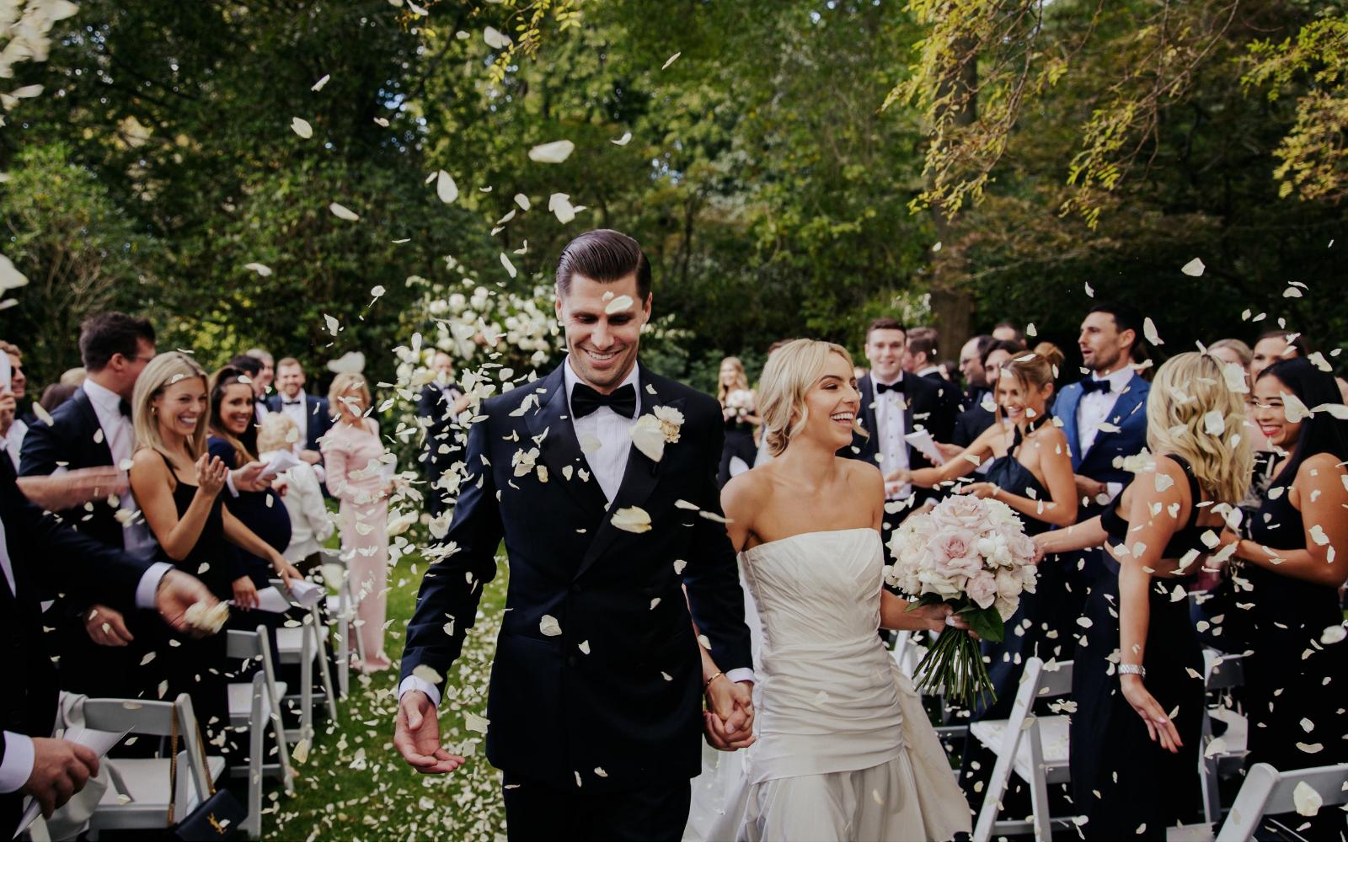  Describe the element at coordinates (1238, 137) in the screenshot. I see `'Contact'` at that location.